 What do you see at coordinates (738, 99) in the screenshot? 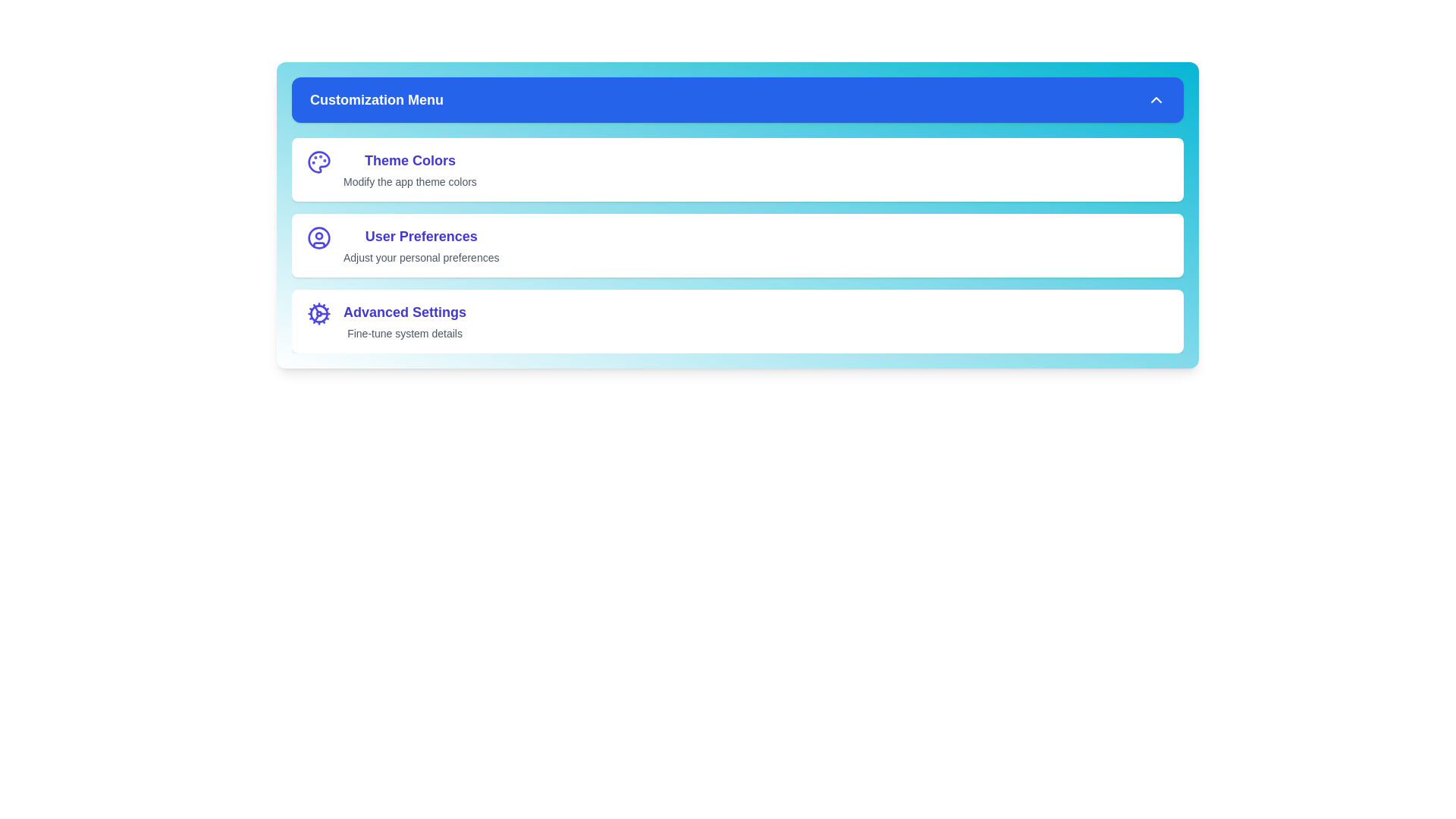
I see `the menu toggle button to change its visibility state` at bounding box center [738, 99].